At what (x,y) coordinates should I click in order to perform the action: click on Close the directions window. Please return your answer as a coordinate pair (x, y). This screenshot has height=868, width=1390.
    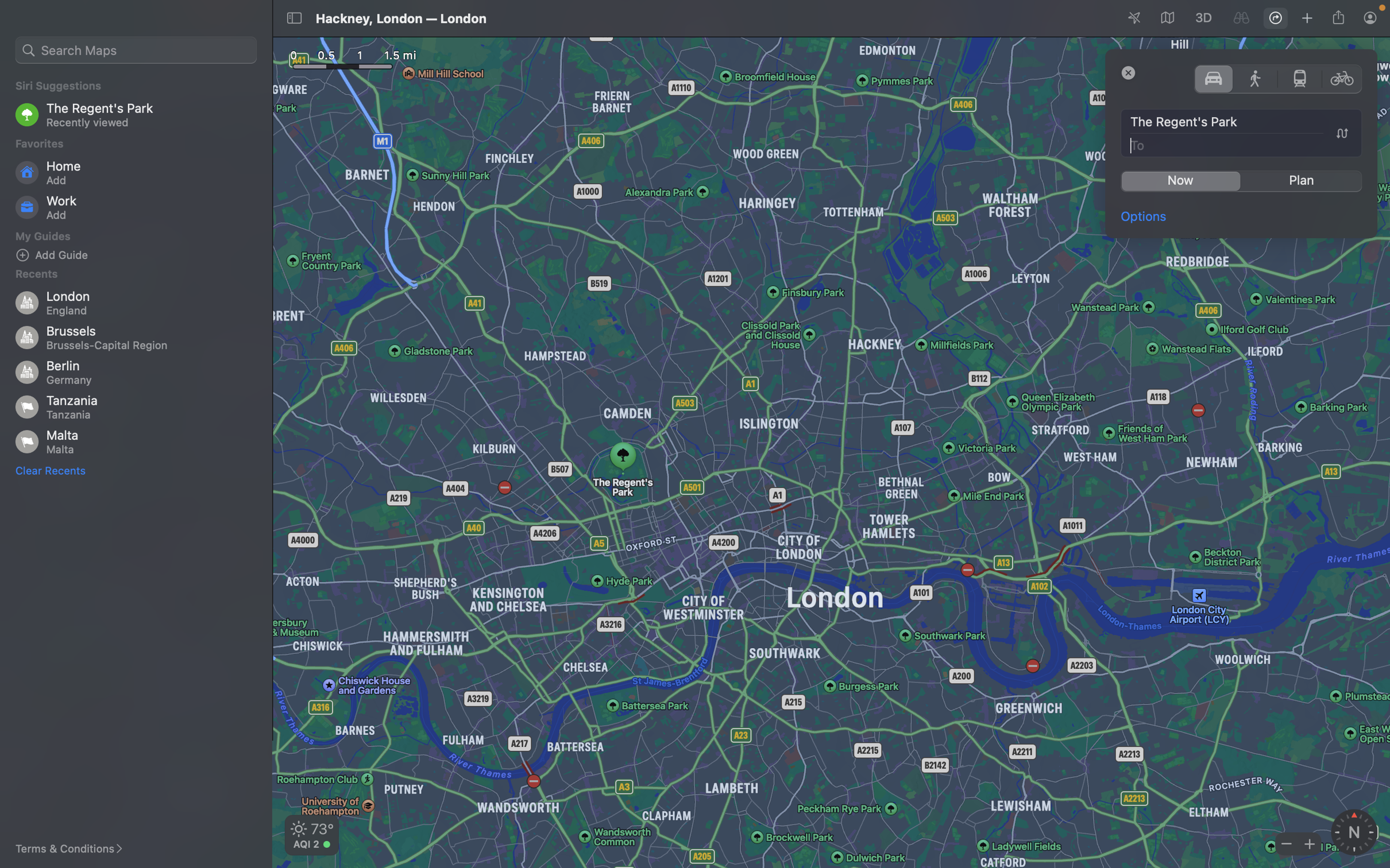
    Looking at the image, I should click on (1129, 72).